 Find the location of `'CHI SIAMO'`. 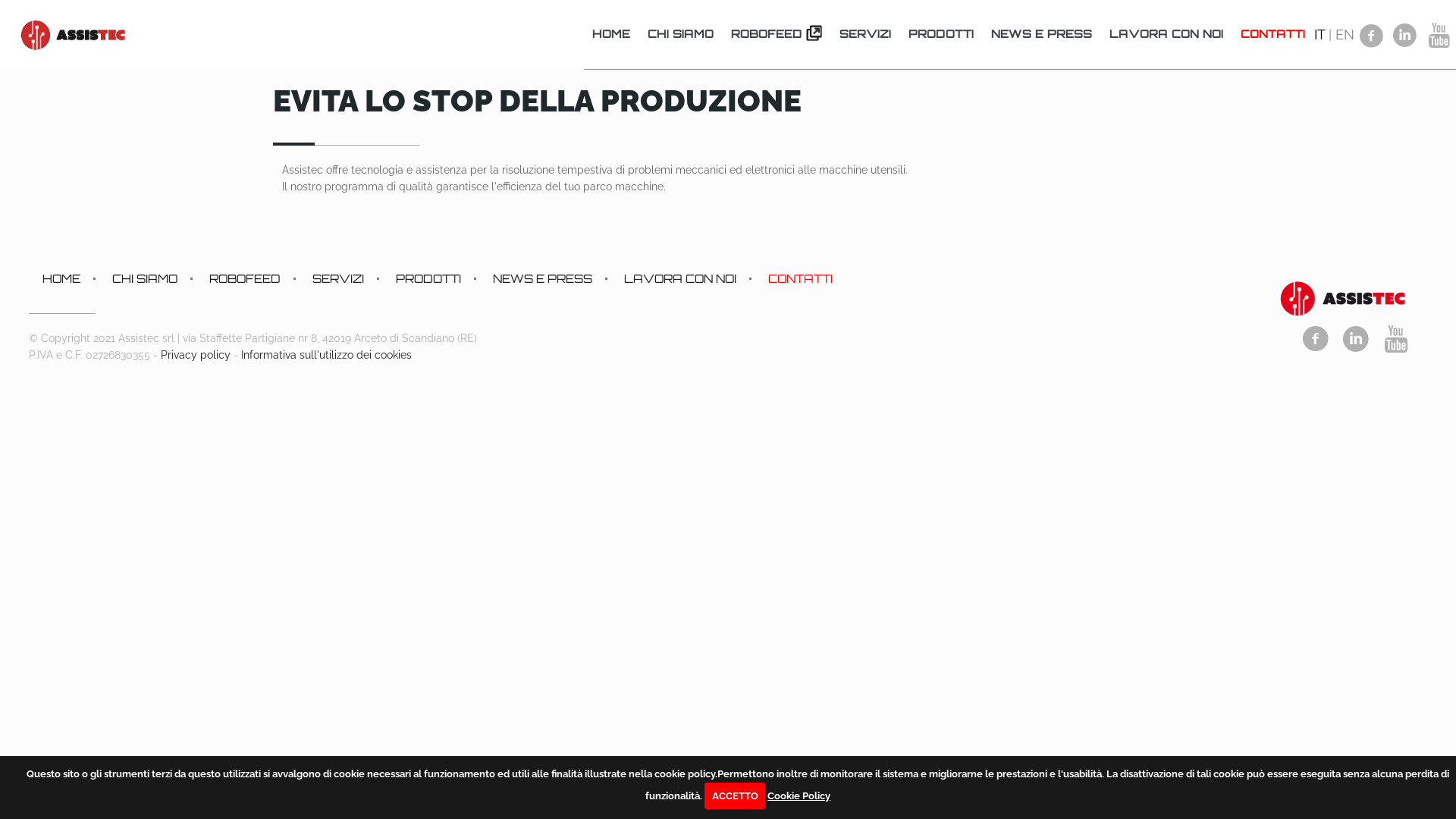

'CHI SIAMO' is located at coordinates (146, 278).